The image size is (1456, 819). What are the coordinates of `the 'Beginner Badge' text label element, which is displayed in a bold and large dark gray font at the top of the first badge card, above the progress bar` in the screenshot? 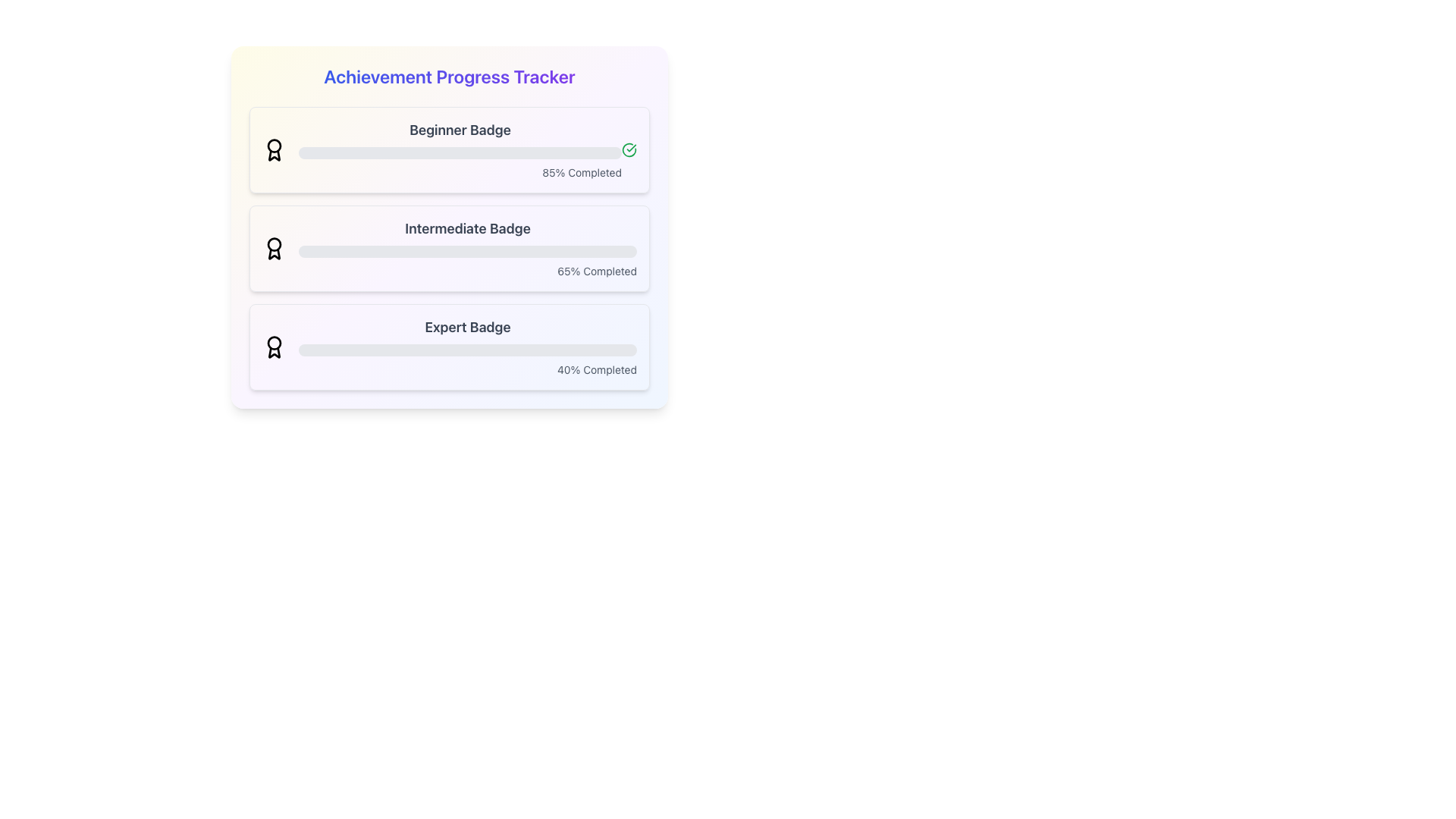 It's located at (459, 130).